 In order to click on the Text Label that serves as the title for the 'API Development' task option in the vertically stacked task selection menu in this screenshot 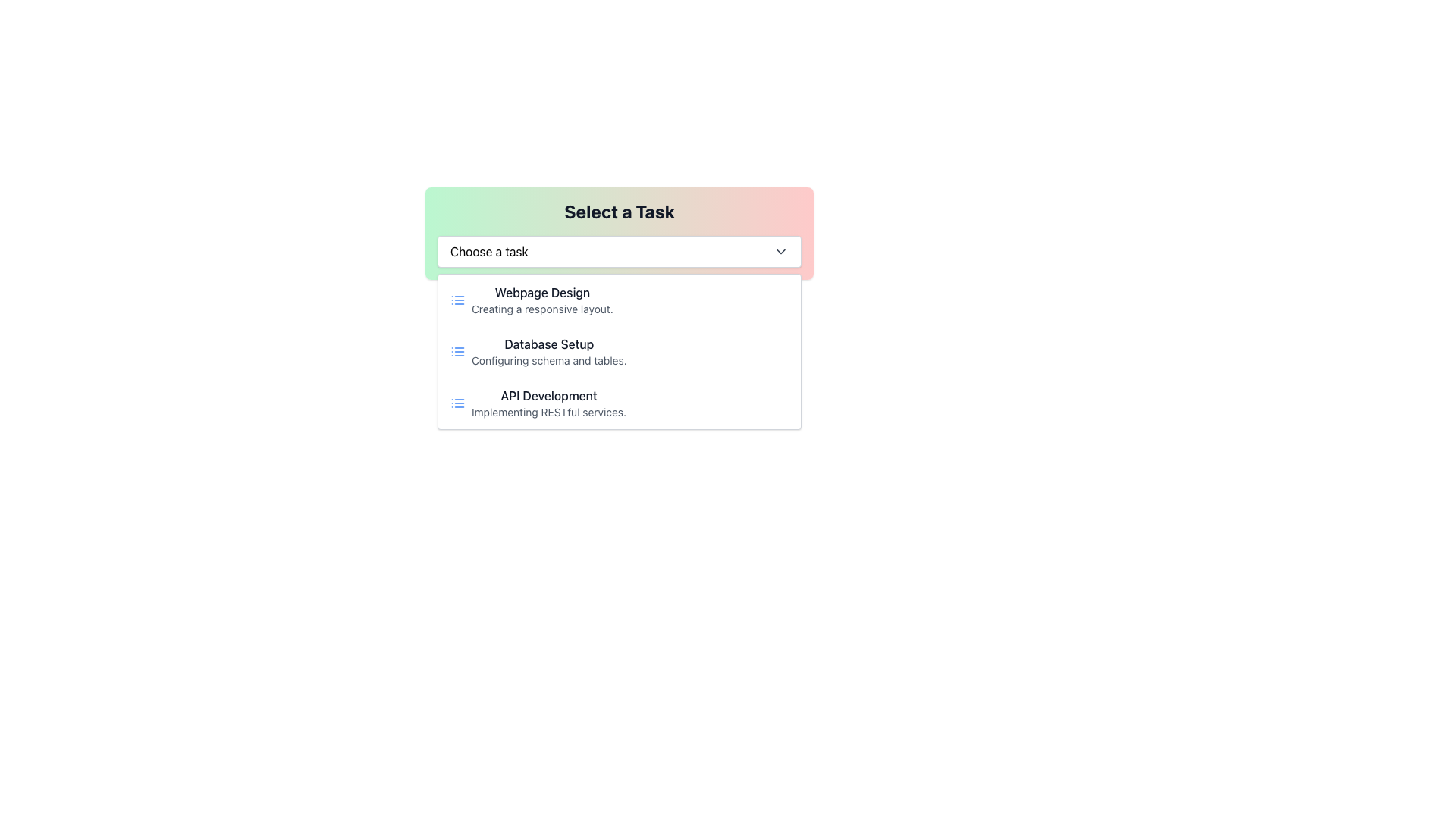, I will do `click(548, 394)`.